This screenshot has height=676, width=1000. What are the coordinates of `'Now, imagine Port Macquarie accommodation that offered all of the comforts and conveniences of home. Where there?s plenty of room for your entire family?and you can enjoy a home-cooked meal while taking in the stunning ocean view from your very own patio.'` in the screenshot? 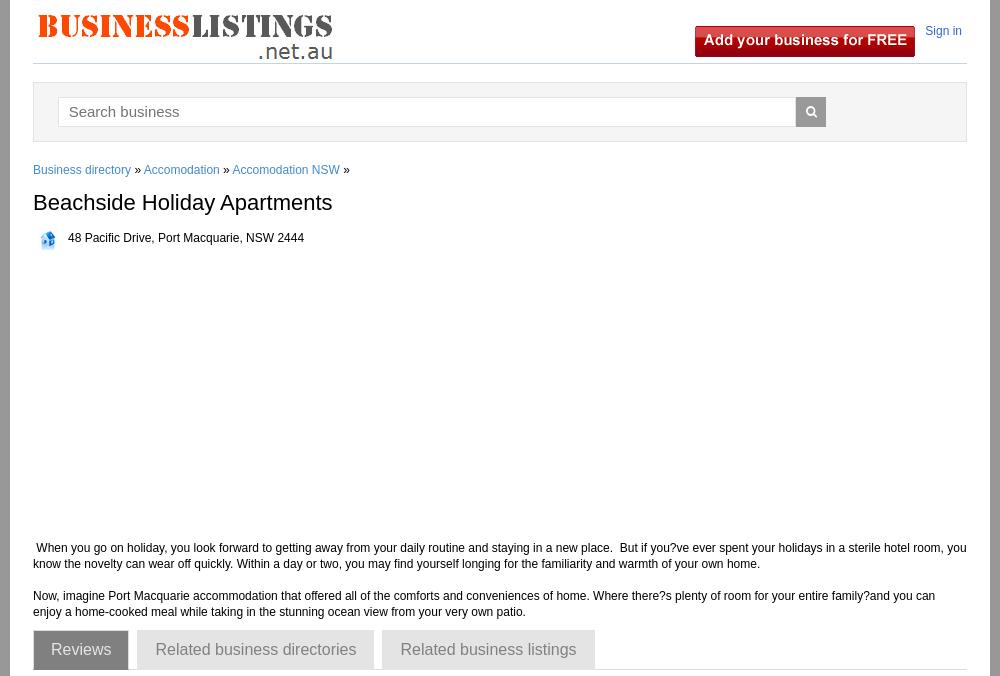 It's located at (483, 604).